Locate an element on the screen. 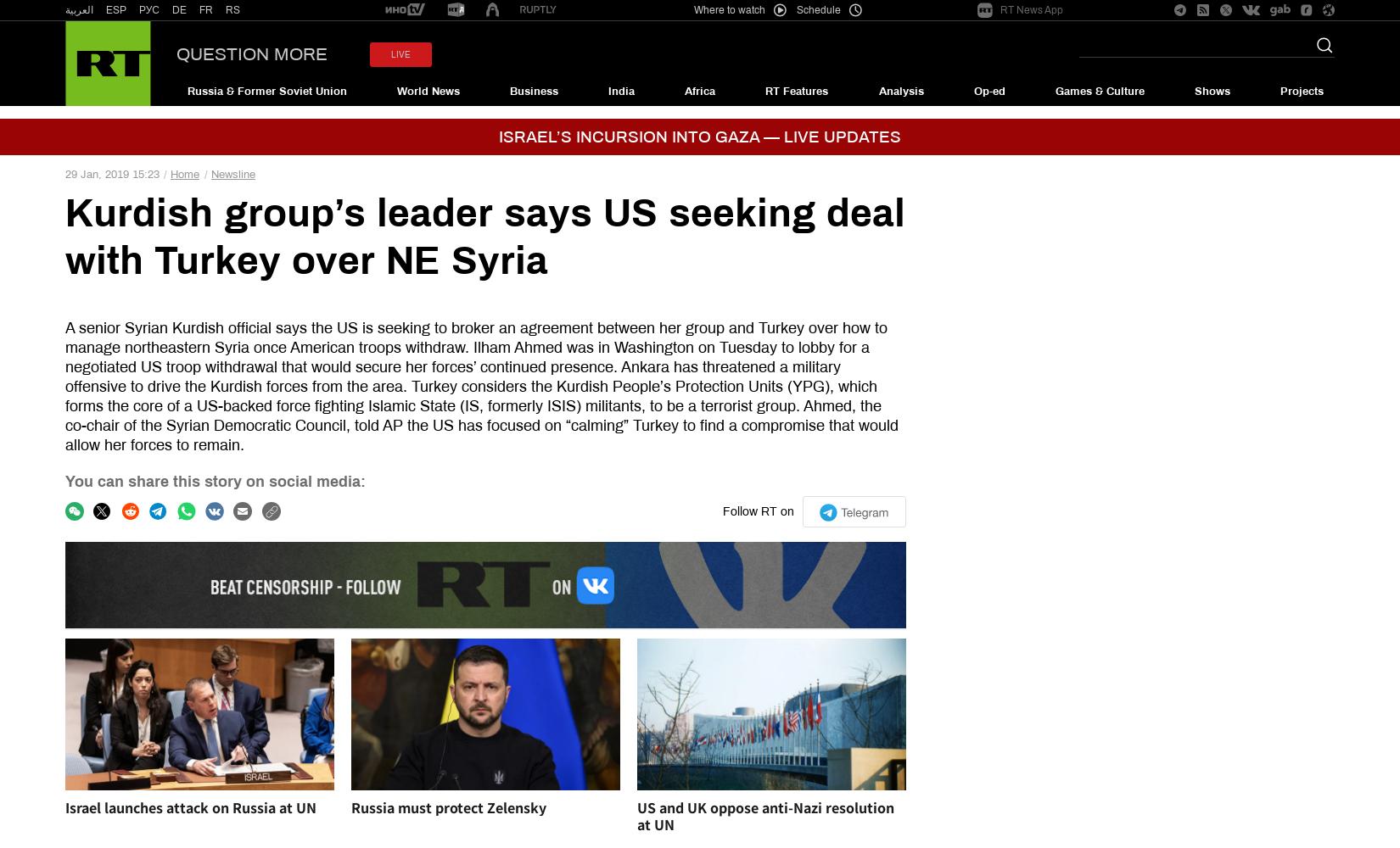 The height and width of the screenshot is (848, 1400). 'A senior Syrian Kurdish official says the US is seeking to broker an agreement between her group and Turkey over how to manage northeastern Syria once American troops withdraw. Ilham Ahmed was in Washington on Tuesday to lobby for a negotiated US troop withdrawal that would secure her forces’ continued presence. Ankara has threatened a military offensive to drive the Kurdish forces from the area. Turkey considers the Kurdish People’s Protection Units (YPG), which forms the core of a US-backed force fighting Islamic State (IS, formerly ISIS) militants, to be a terrorist group. Ahmed, the co-chair of the Syrian Democratic Council, told AP the US has focused on “calming” Turkey to find a compromise that would allow her forces to remain.' is located at coordinates (480, 386).